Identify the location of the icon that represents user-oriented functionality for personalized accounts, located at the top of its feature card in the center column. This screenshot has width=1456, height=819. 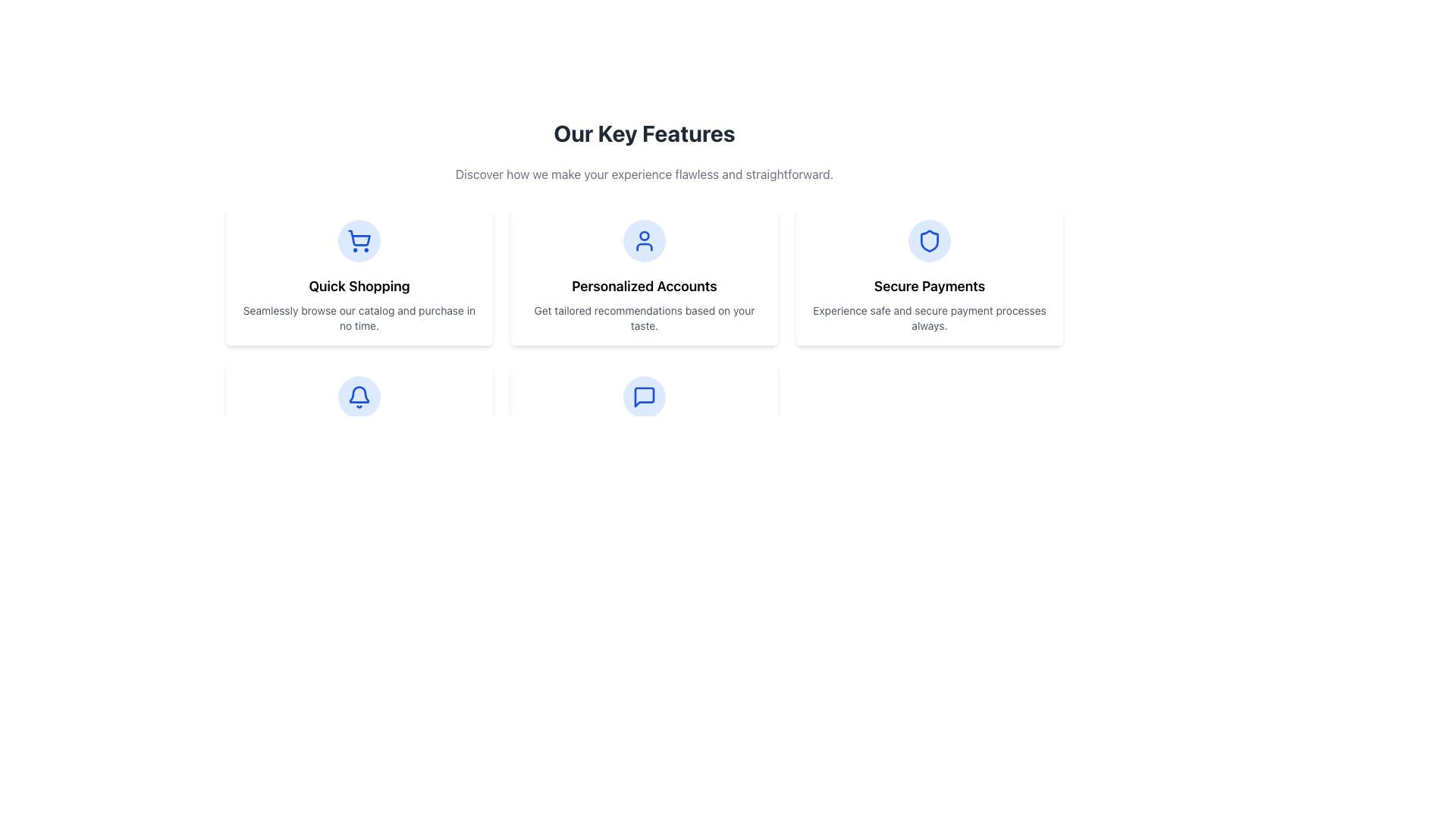
(644, 240).